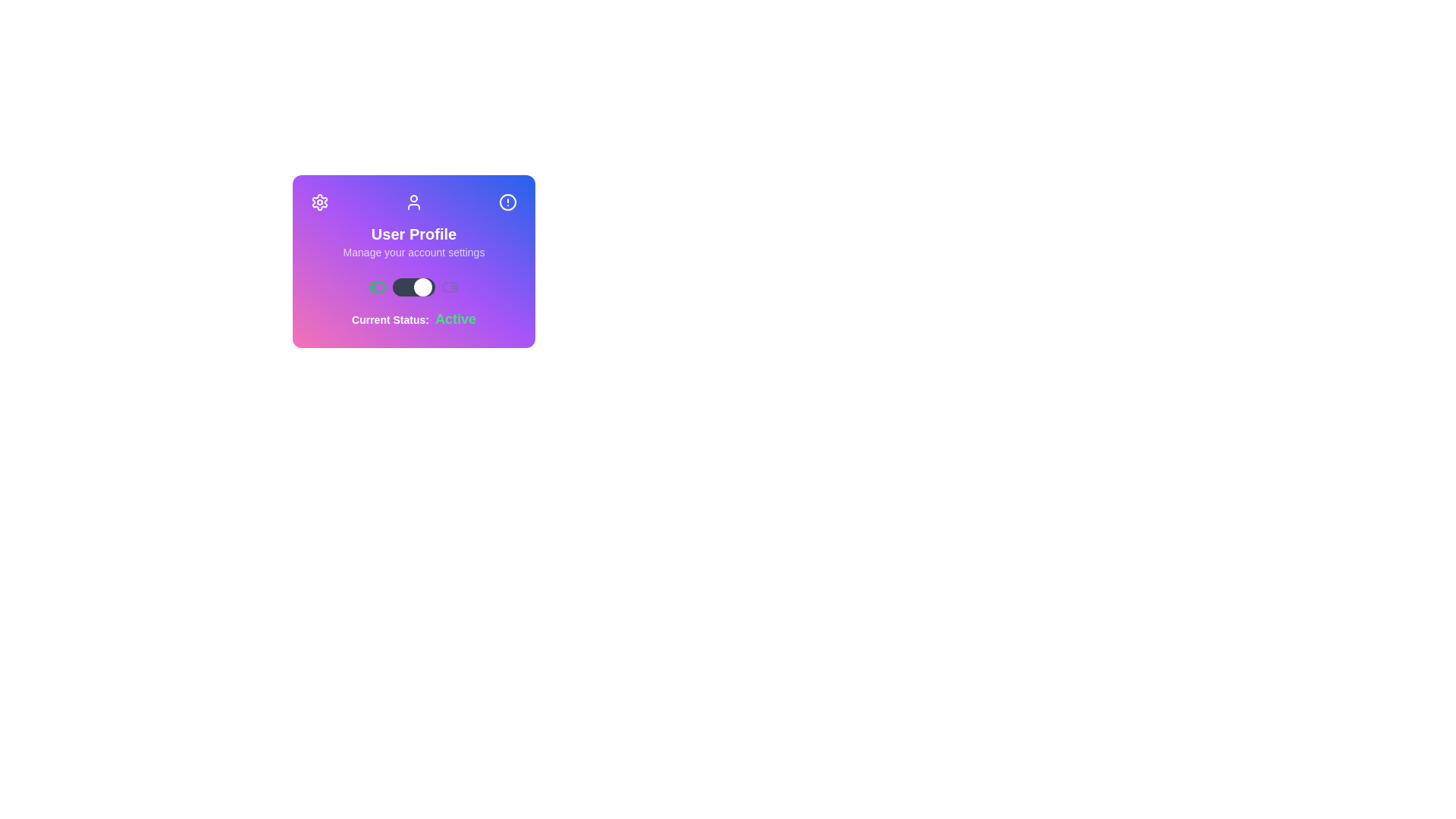 This screenshot has width=1456, height=819. I want to click on the rightmost toggle switch icon that symbolizes the right position of a toggle switch, indicating a disabled or inactive state, so click(450, 287).